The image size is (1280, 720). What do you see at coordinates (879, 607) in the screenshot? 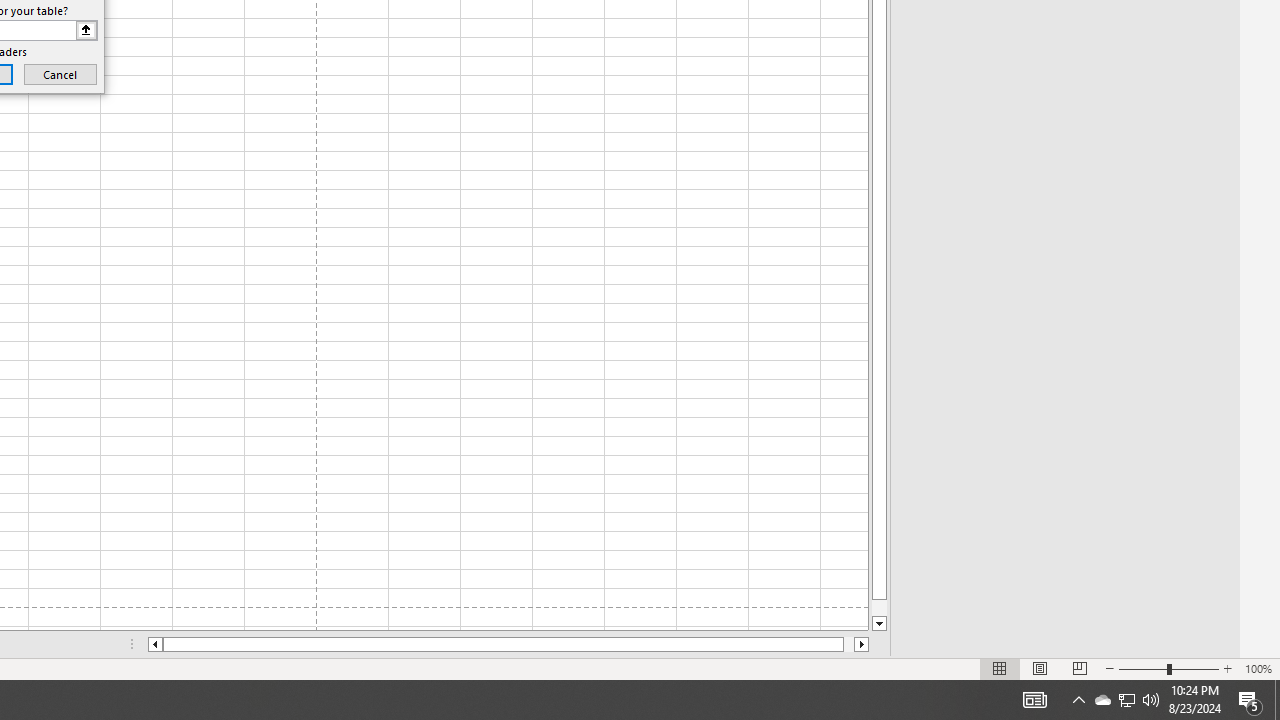
I see `'Page down'` at bounding box center [879, 607].